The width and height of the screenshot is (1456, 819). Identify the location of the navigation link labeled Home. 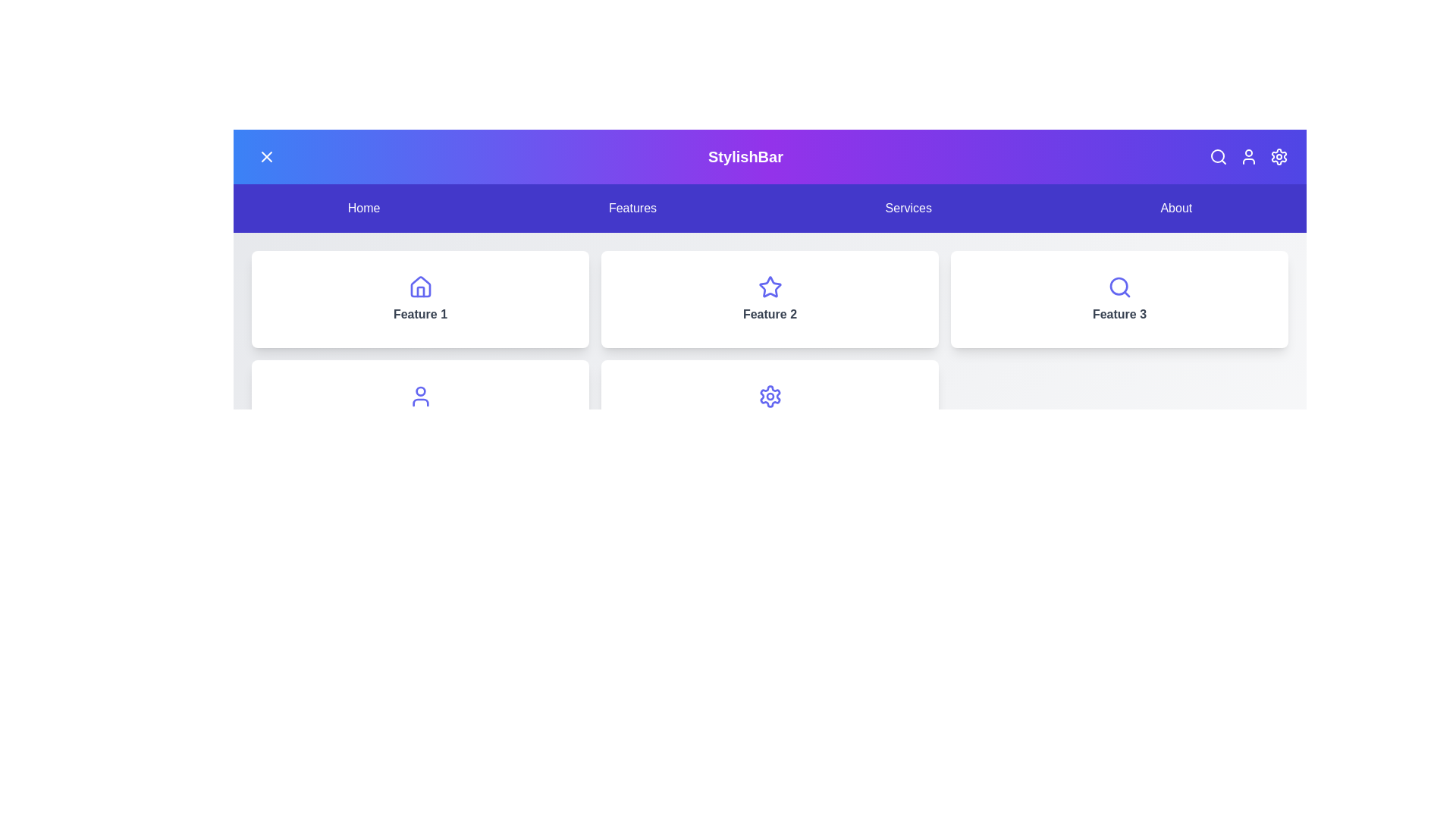
(364, 208).